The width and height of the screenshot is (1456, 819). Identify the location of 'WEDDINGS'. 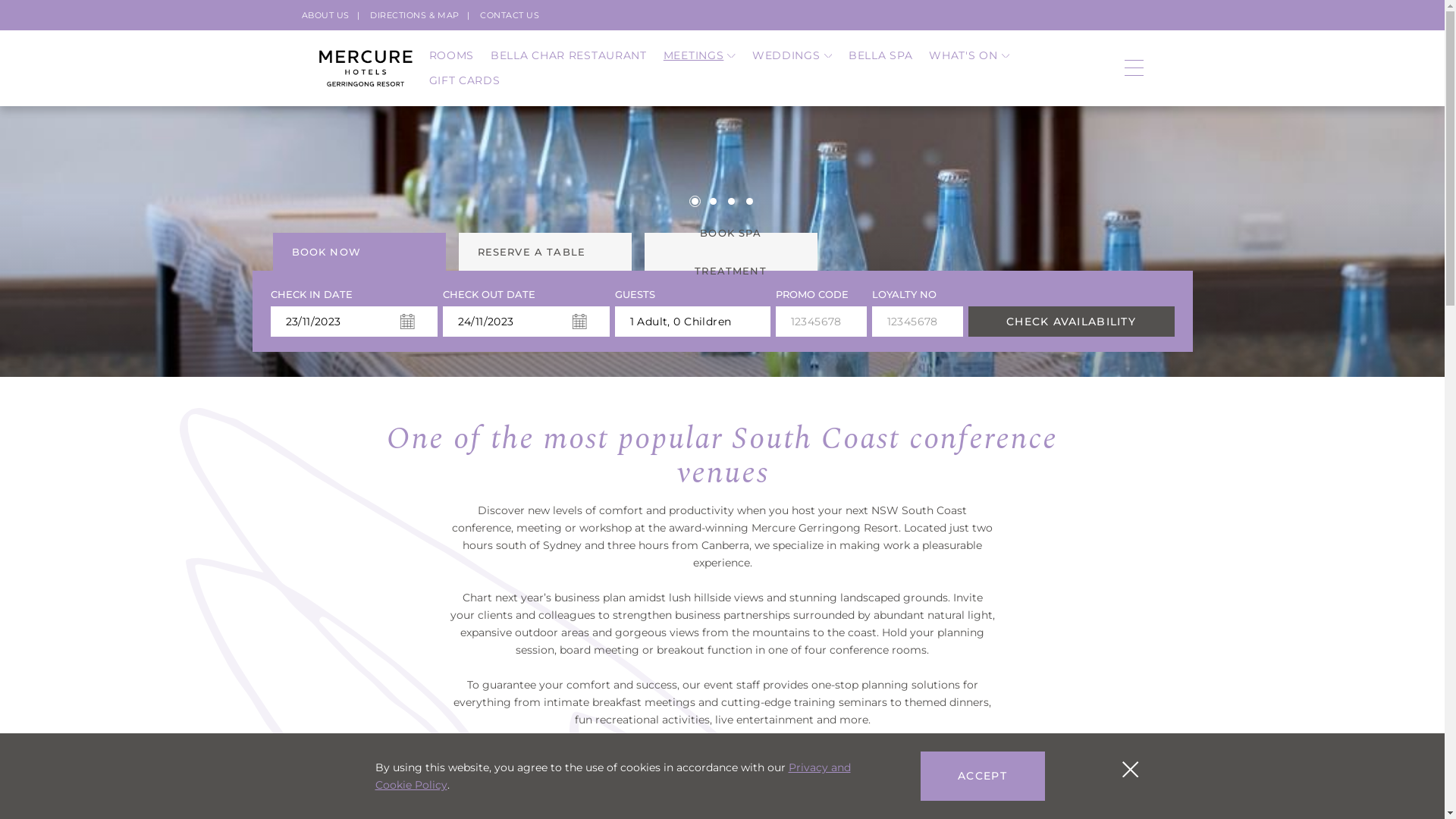
(791, 55).